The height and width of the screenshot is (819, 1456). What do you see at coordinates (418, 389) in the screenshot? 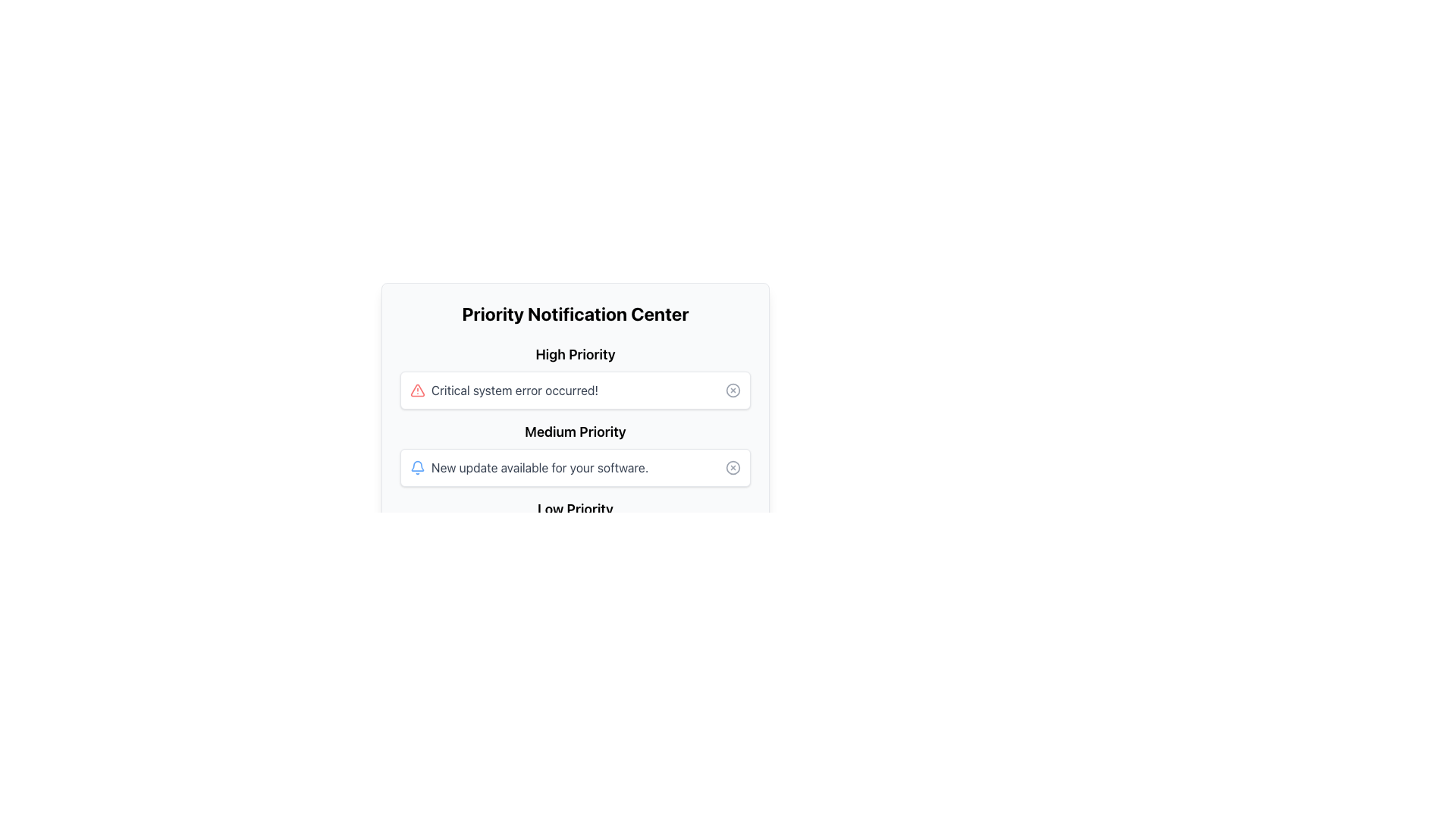
I see `the critical alert icon located to the left of the text box labeled 'Critical system error occurred!' in the 'High Priority' section of the 'Priority Notification Center' interface` at bounding box center [418, 389].